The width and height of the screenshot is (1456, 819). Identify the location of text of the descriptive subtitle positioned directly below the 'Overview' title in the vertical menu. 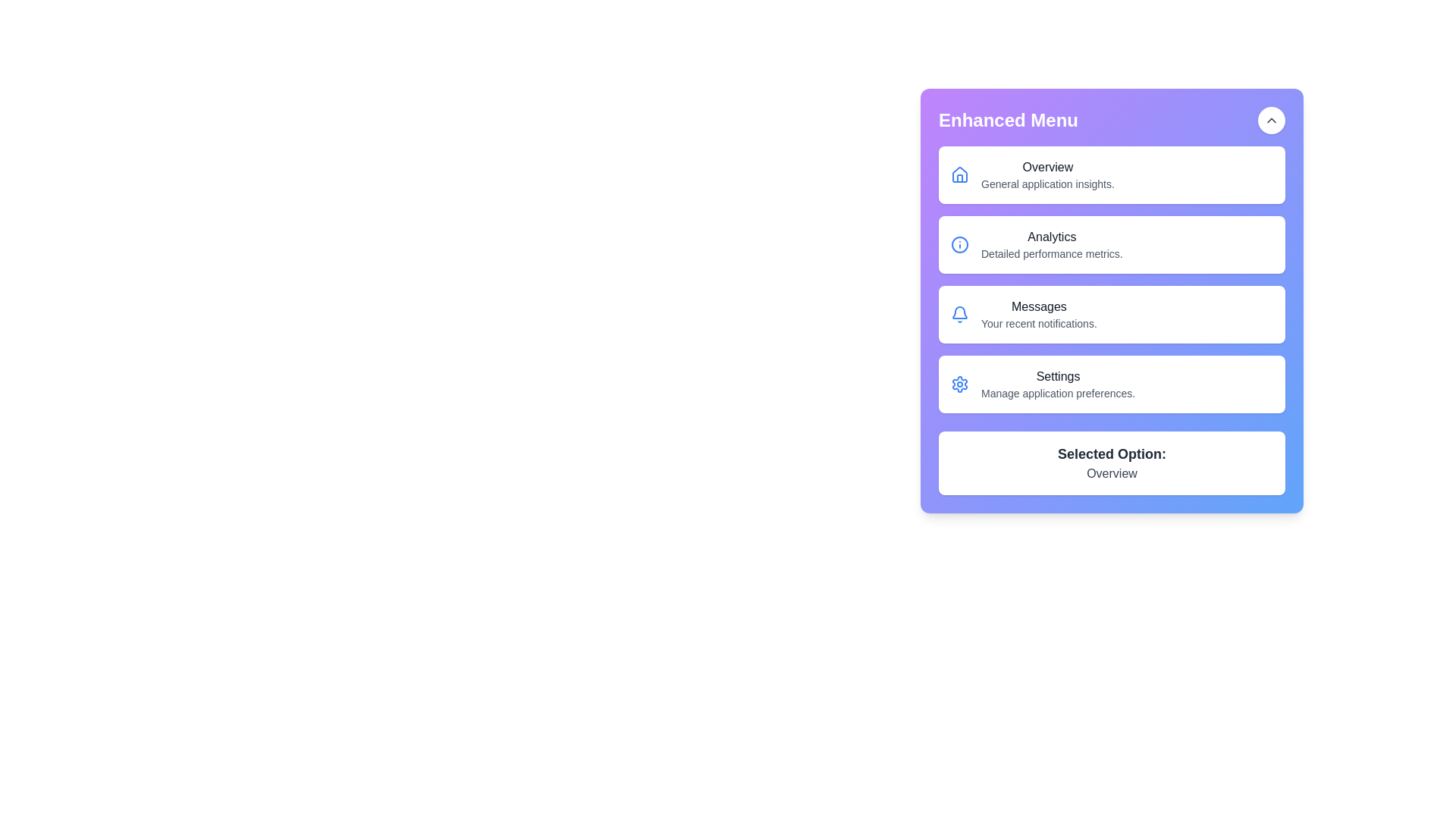
(1047, 184).